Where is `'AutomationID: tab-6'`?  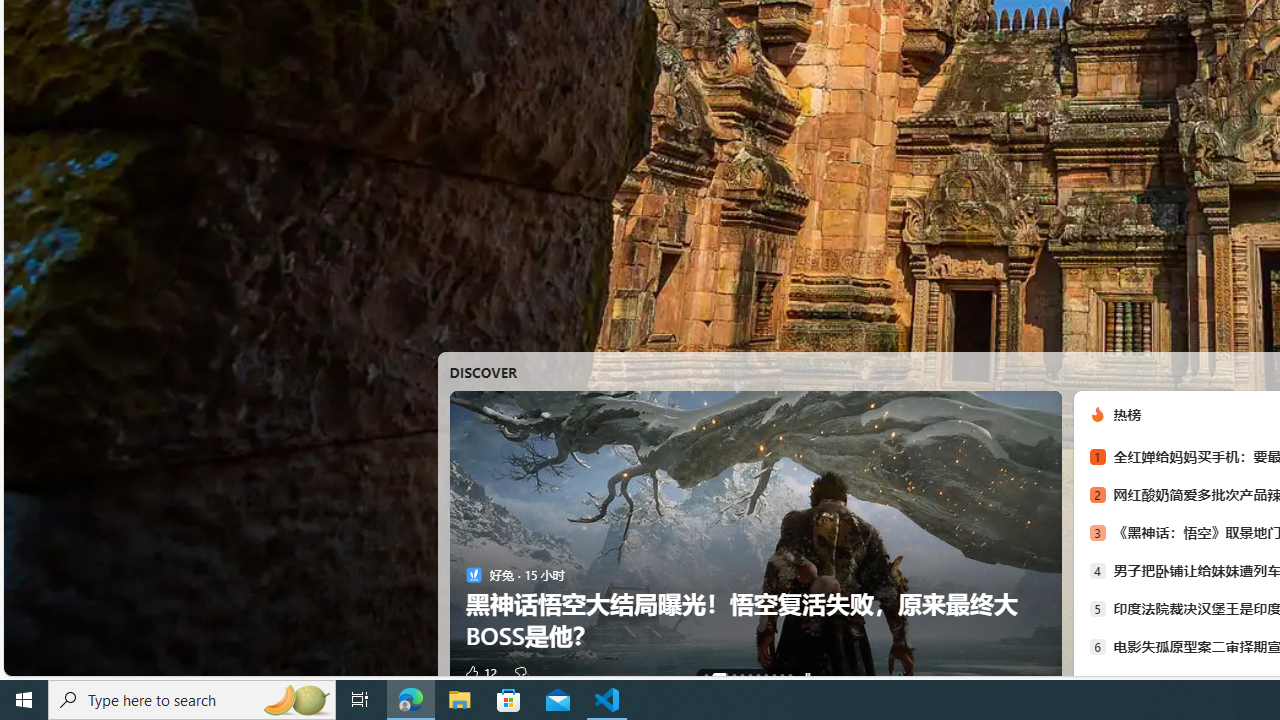 'AutomationID: tab-6' is located at coordinates (765, 675).